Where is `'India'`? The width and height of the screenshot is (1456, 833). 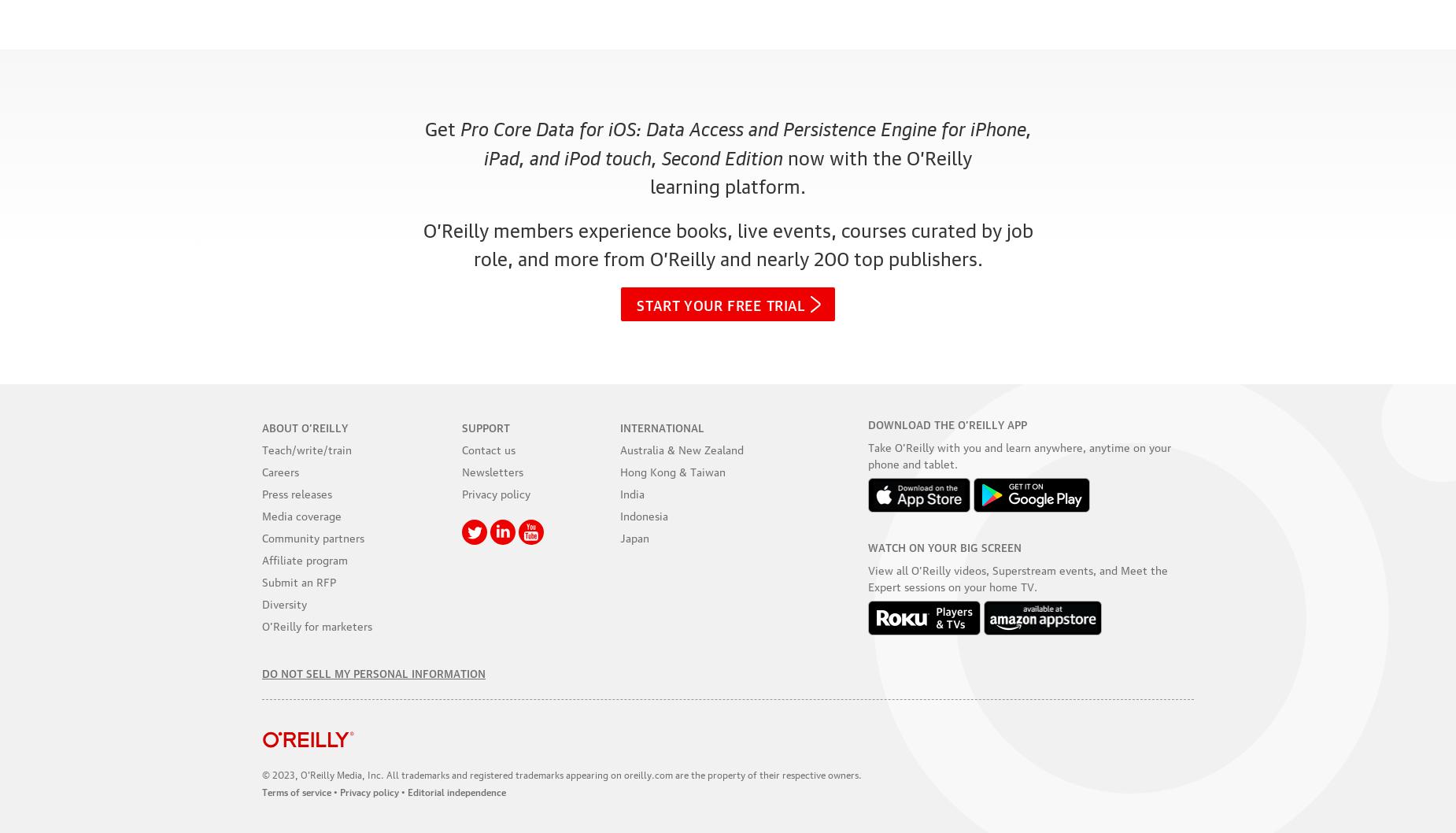 'India' is located at coordinates (632, 492).